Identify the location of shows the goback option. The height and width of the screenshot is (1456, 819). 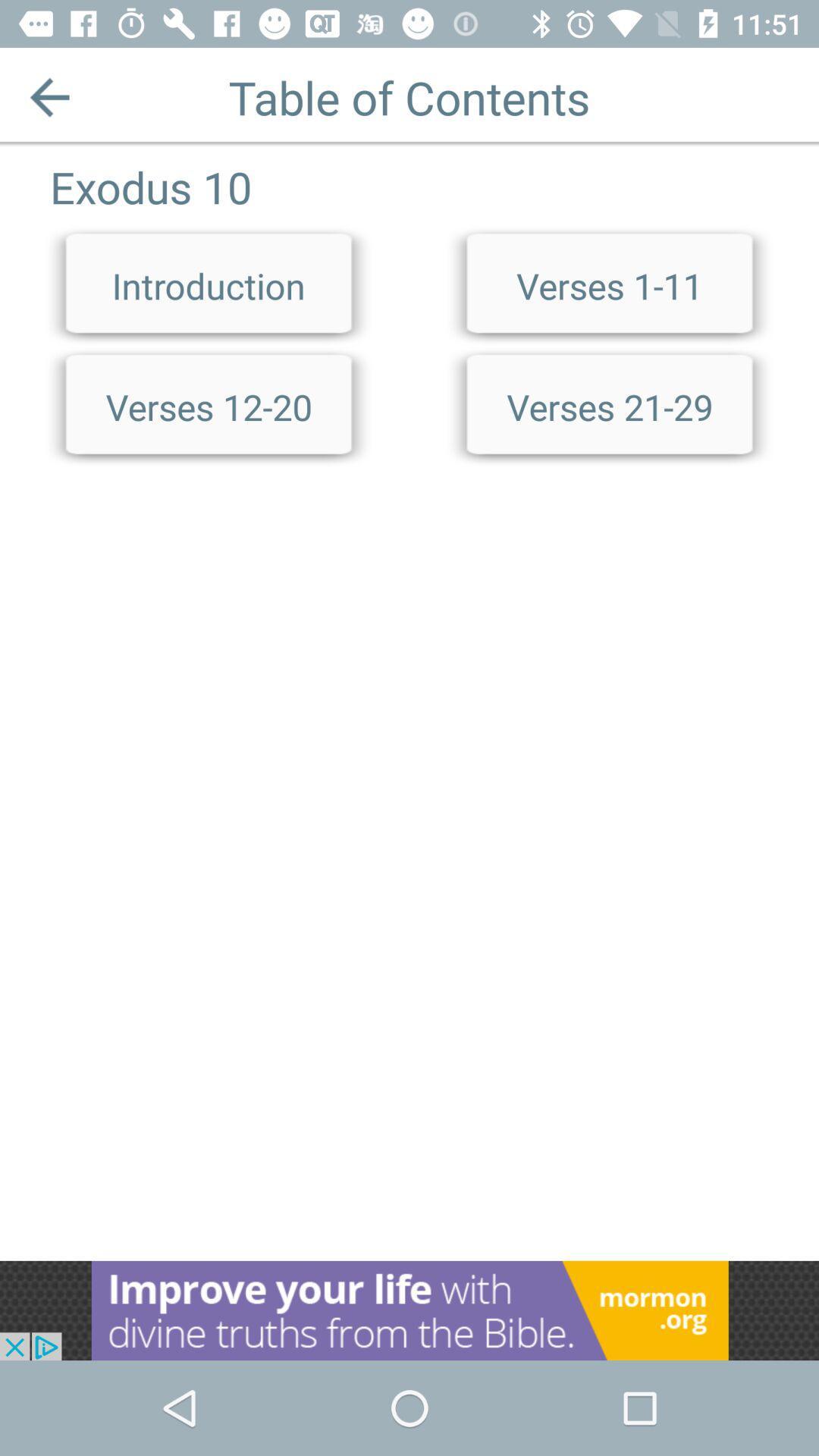
(49, 96).